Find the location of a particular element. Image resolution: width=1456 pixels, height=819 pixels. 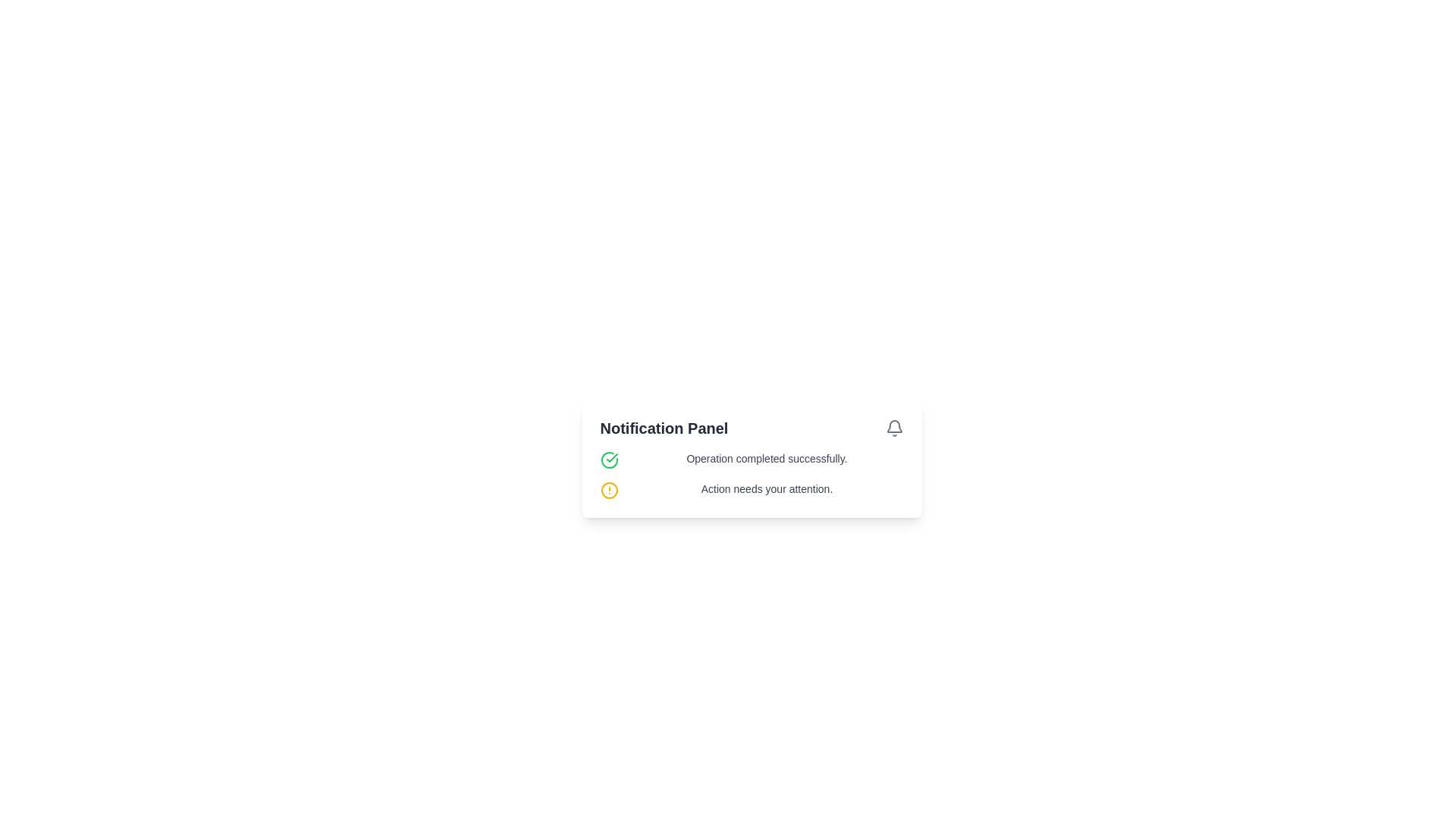

the green circular icon with a checkmark inside, located is located at coordinates (609, 459).